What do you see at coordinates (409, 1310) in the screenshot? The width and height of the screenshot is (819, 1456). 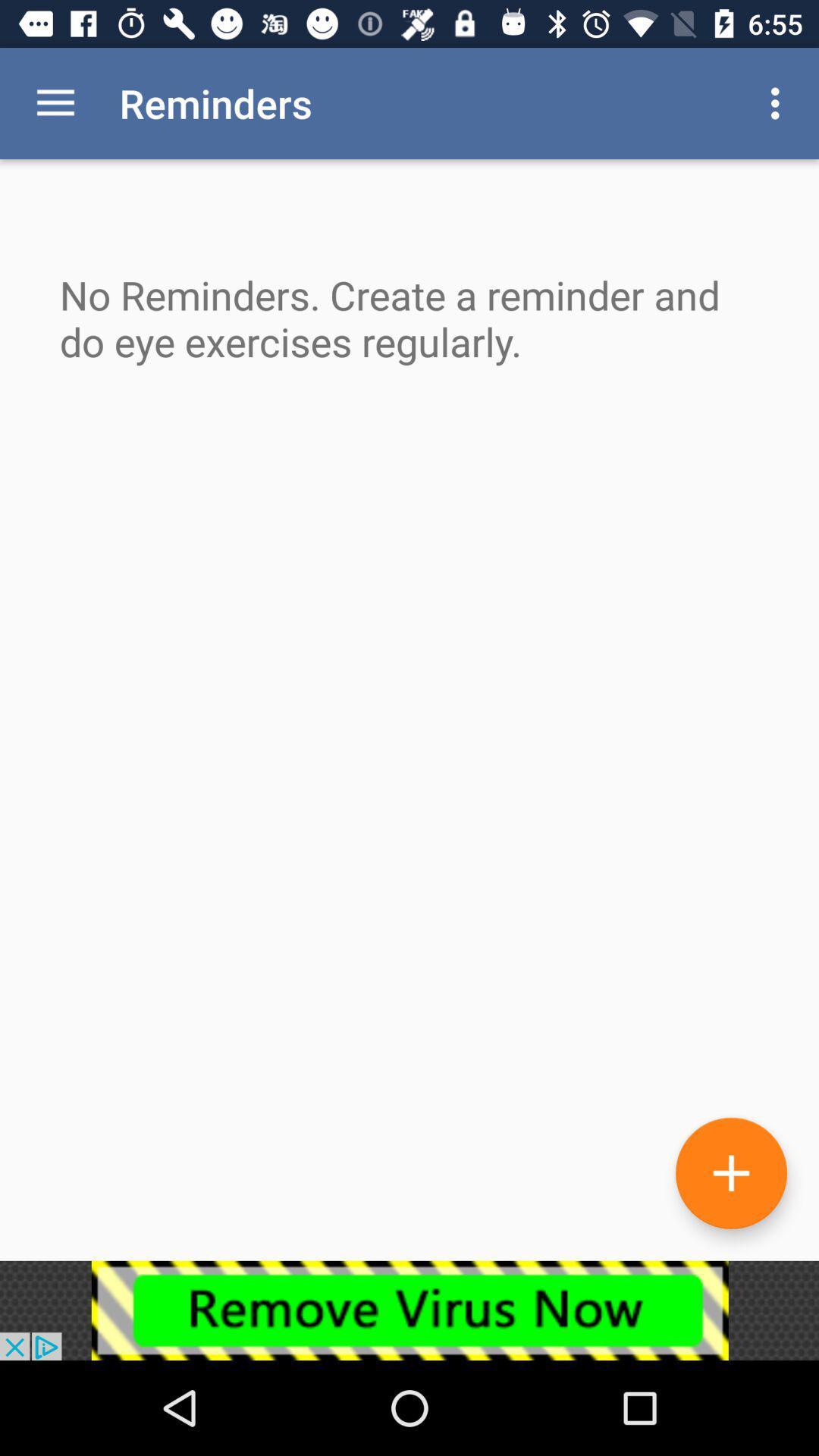 I see `advertisement` at bounding box center [409, 1310].